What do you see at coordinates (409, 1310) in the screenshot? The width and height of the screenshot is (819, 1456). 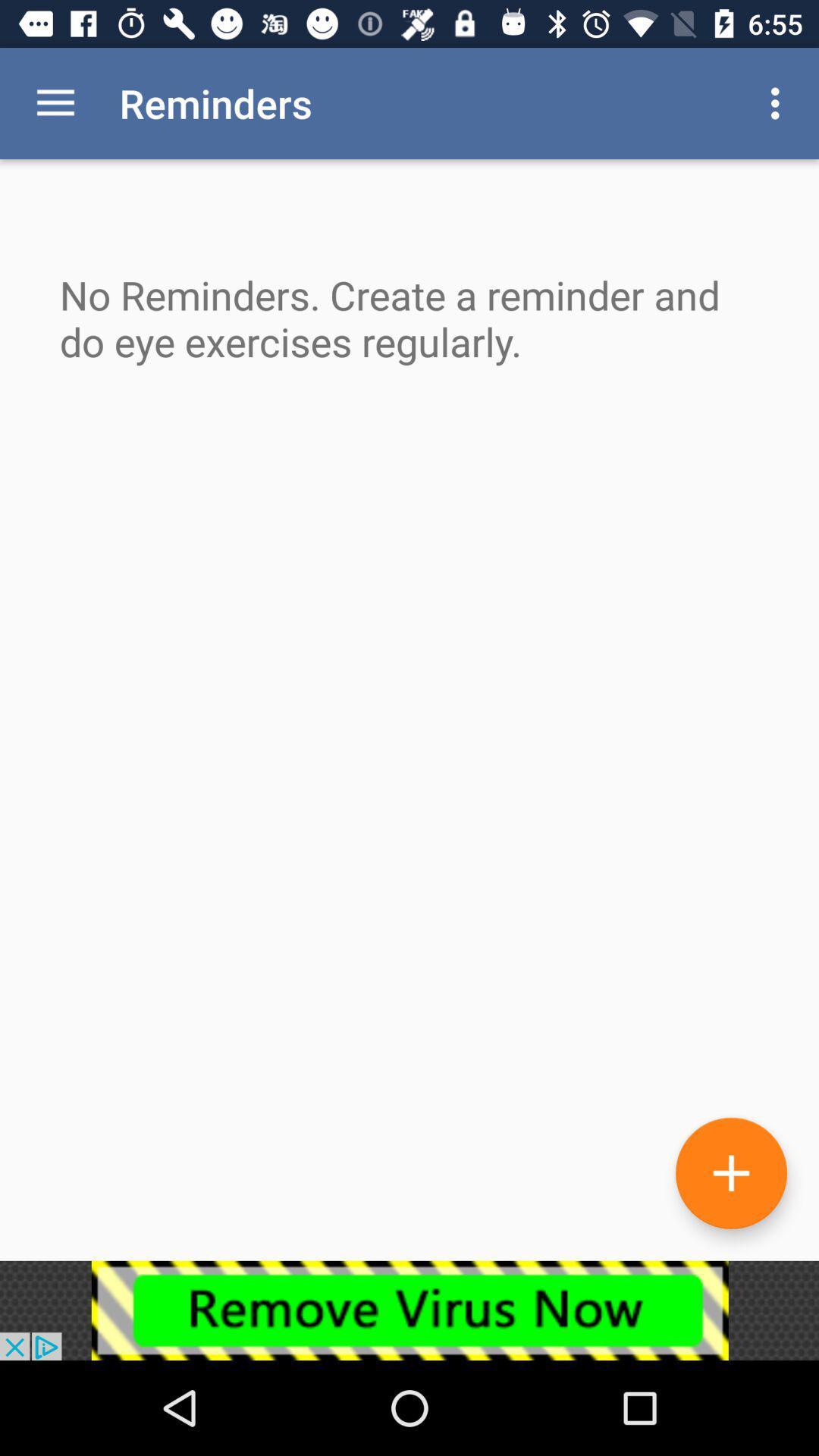 I see `advertisement` at bounding box center [409, 1310].